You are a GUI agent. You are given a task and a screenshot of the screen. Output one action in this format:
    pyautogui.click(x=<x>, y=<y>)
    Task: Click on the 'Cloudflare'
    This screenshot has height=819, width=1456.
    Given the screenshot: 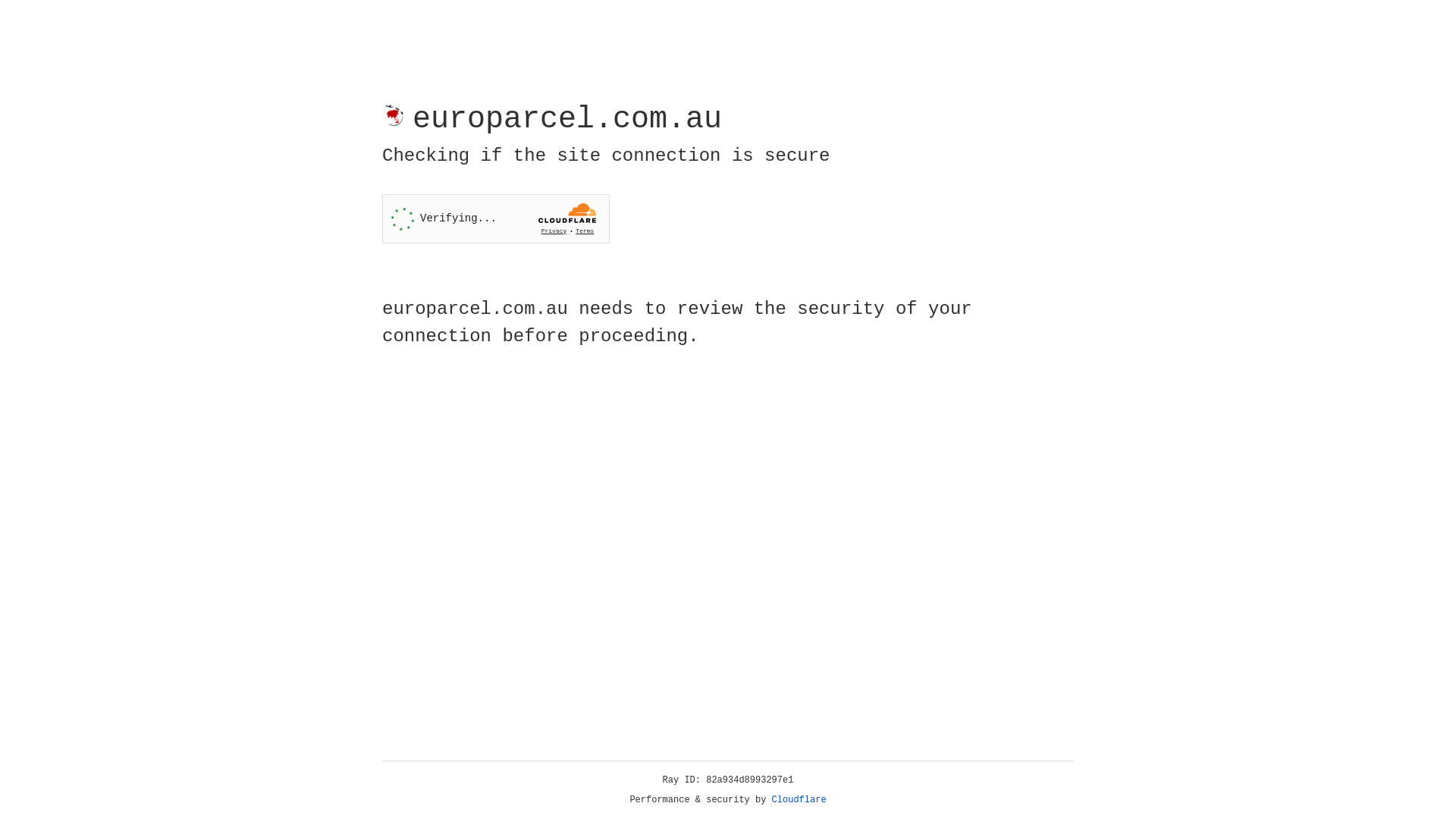 What is the action you would take?
    pyautogui.click(x=799, y=799)
    